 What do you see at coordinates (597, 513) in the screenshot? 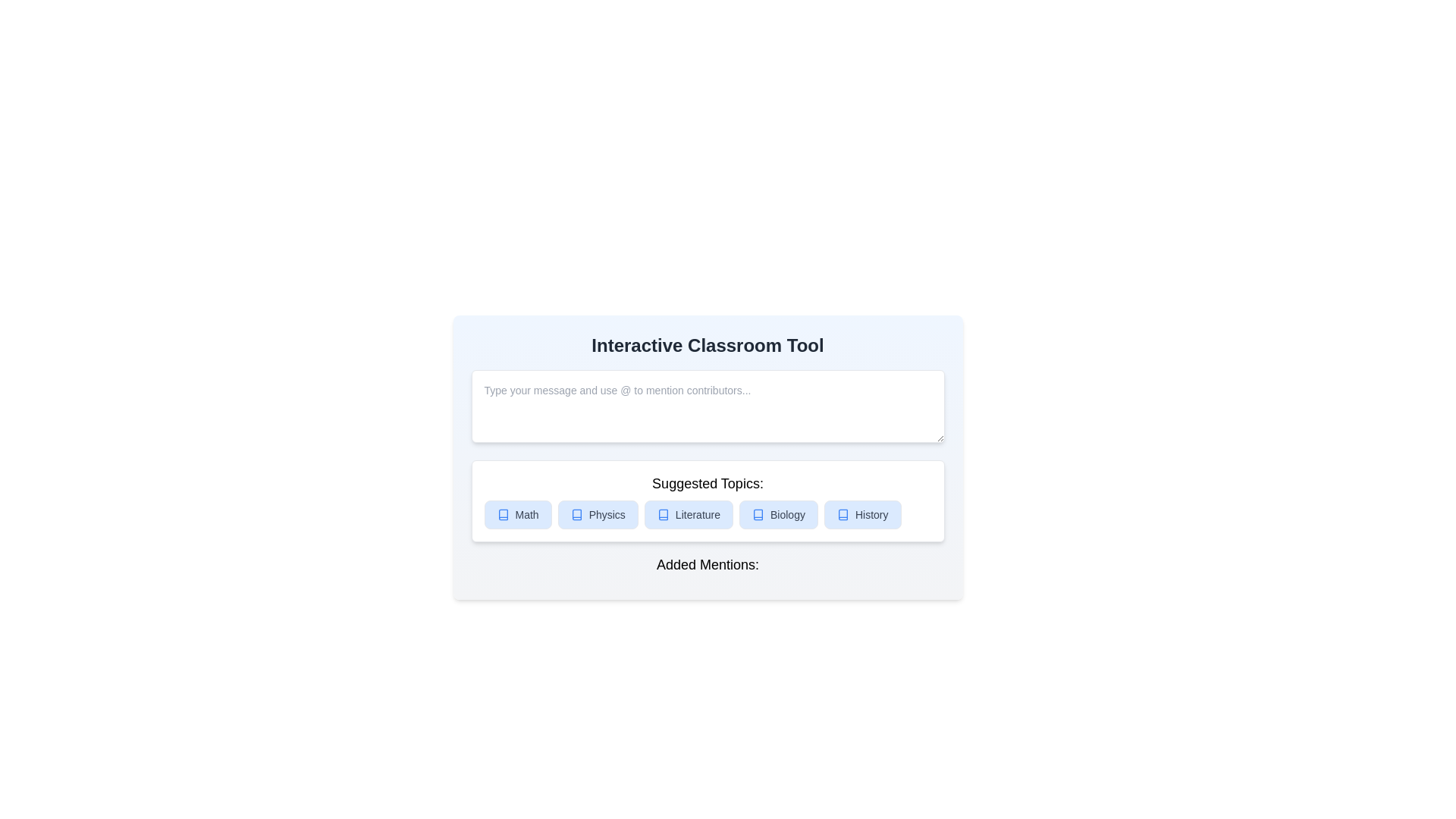
I see `the 'Physics' button, which is styled with a light blue background and a book icon, located below the 'Suggested Topics:' title` at bounding box center [597, 513].